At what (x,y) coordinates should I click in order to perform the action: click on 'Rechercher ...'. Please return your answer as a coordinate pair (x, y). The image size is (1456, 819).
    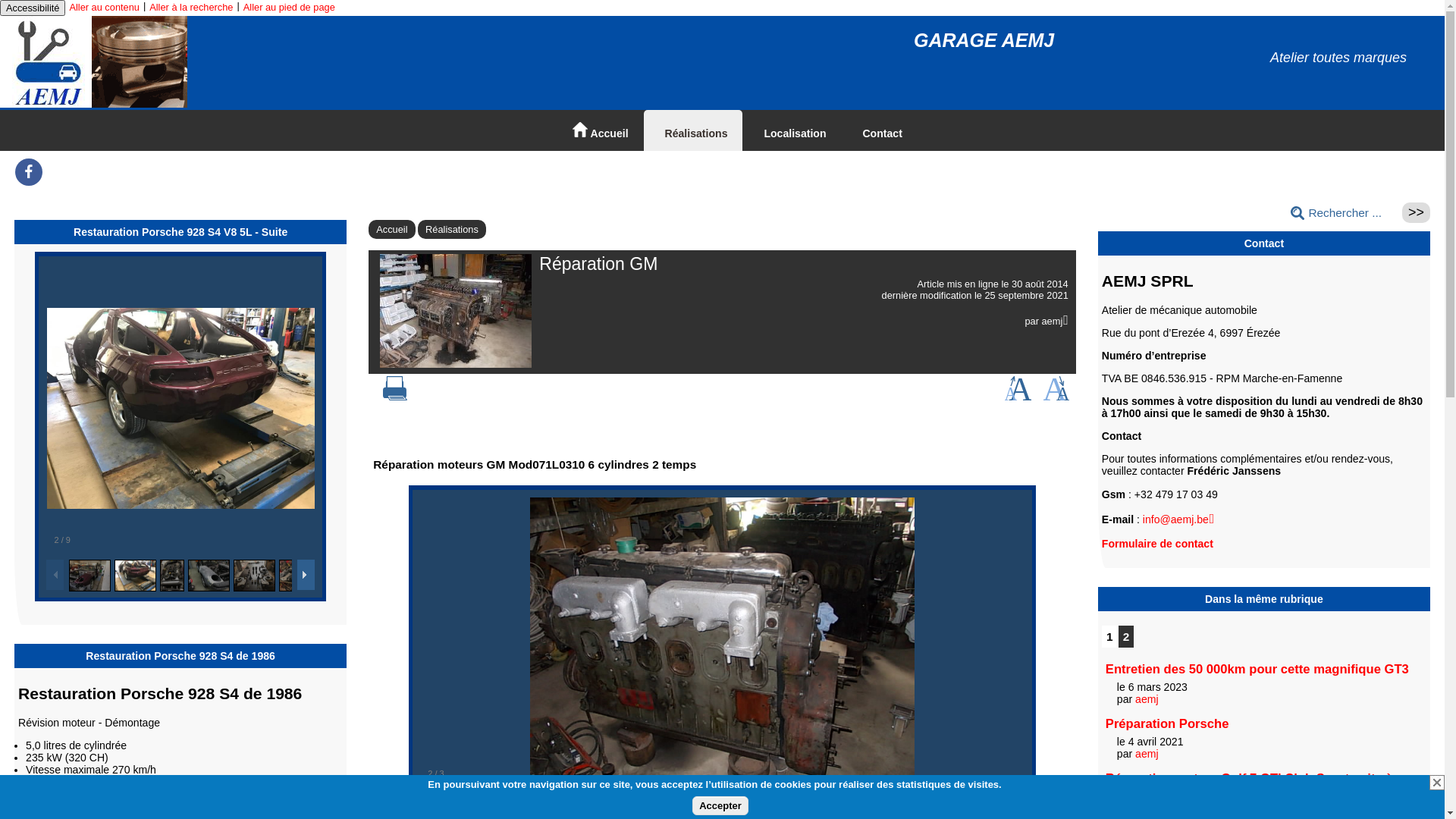
    Looking at the image, I should click on (1284, 213).